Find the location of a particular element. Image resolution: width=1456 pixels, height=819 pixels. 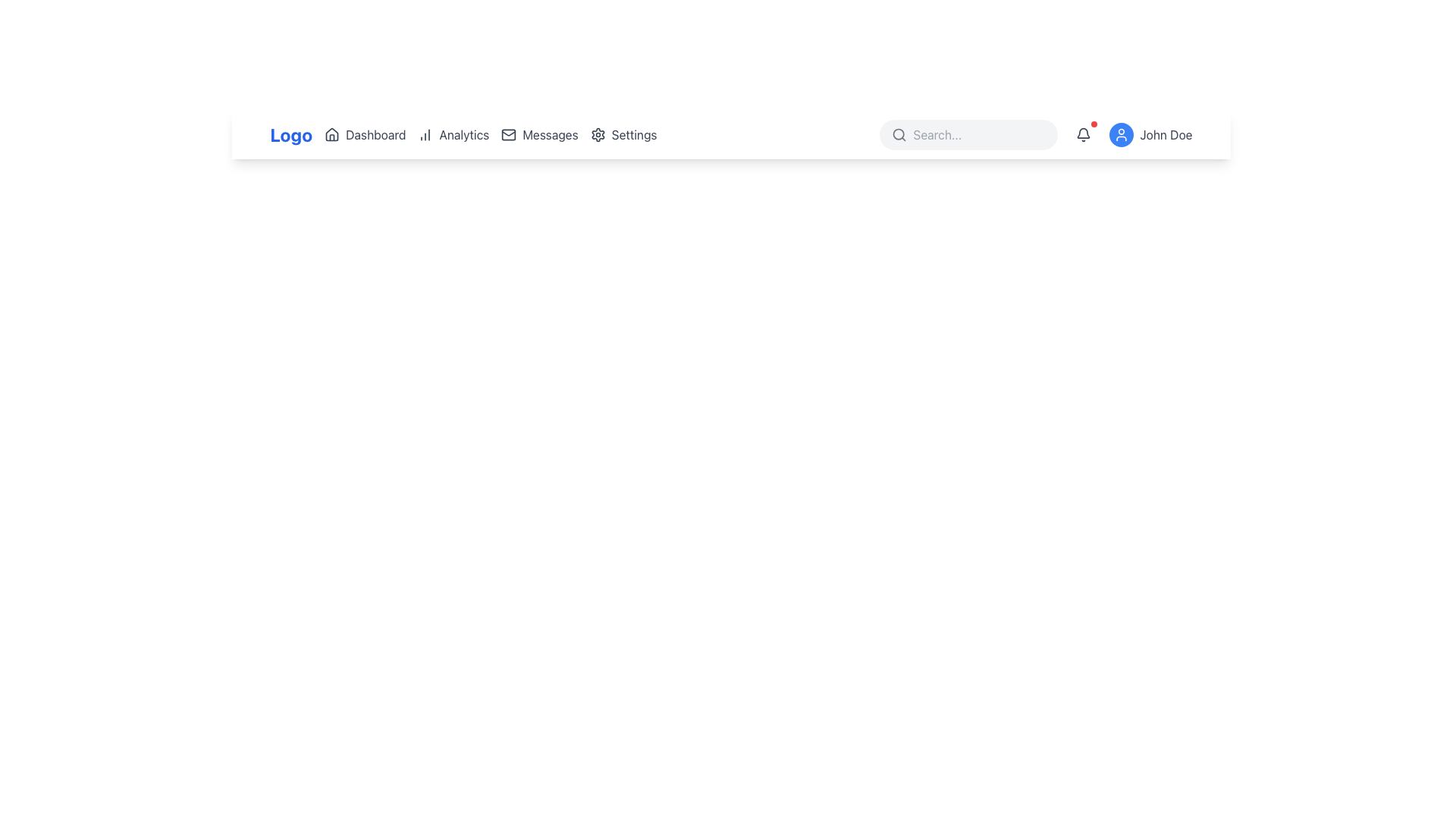

the envelope icon representing 'Messages' in the navigation bar, located between the 'Analytics' and 'Settings' sections is located at coordinates (509, 133).